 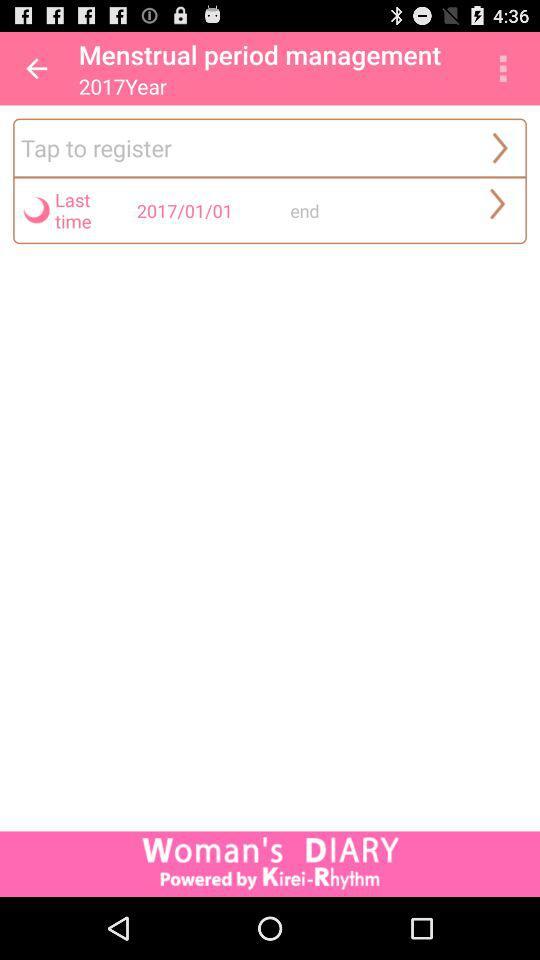 I want to click on the icon next to menstrual period management item, so click(x=502, y=68).